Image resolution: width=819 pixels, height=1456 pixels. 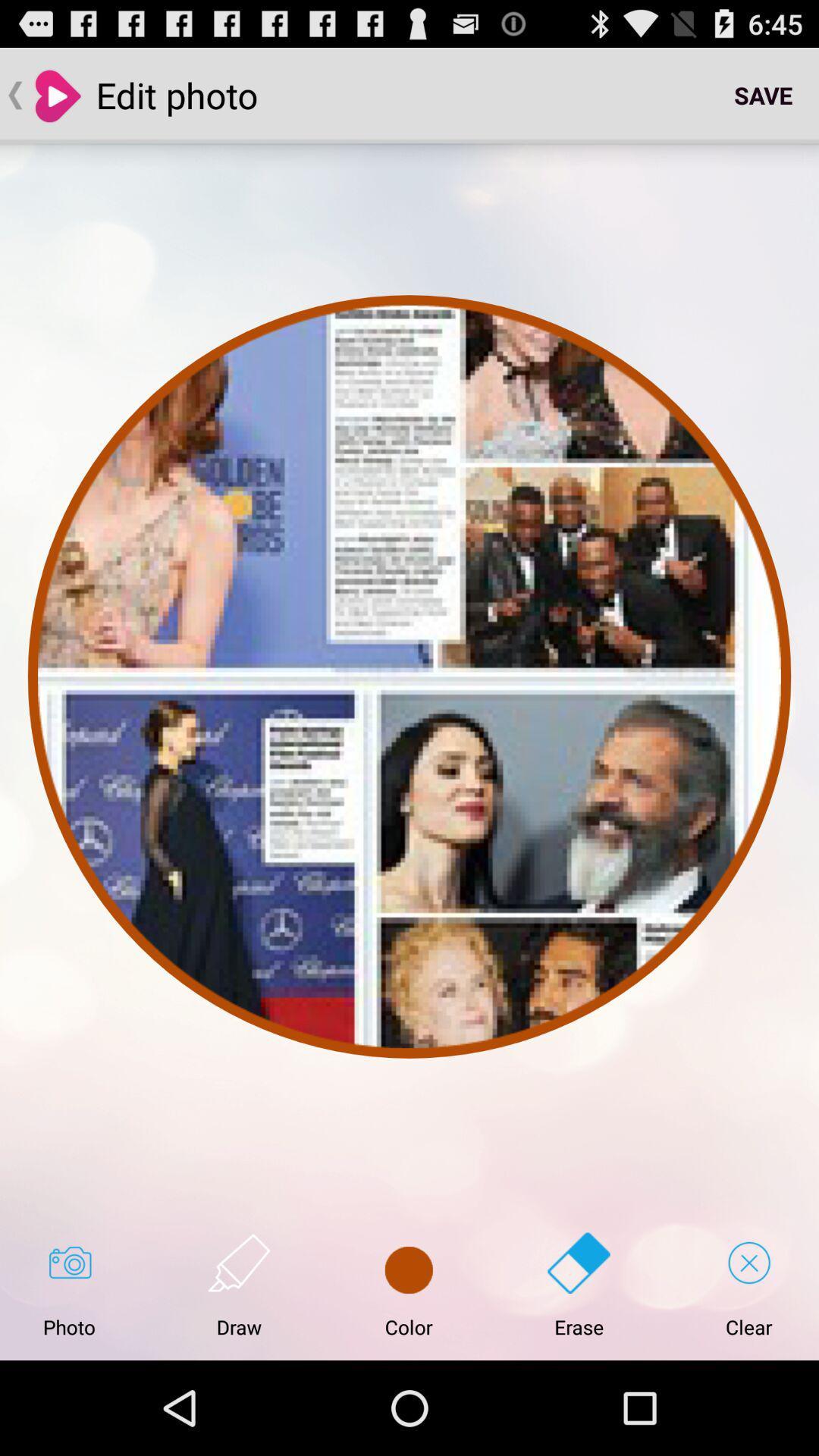 What do you see at coordinates (748, 1285) in the screenshot?
I see `the clear button` at bounding box center [748, 1285].